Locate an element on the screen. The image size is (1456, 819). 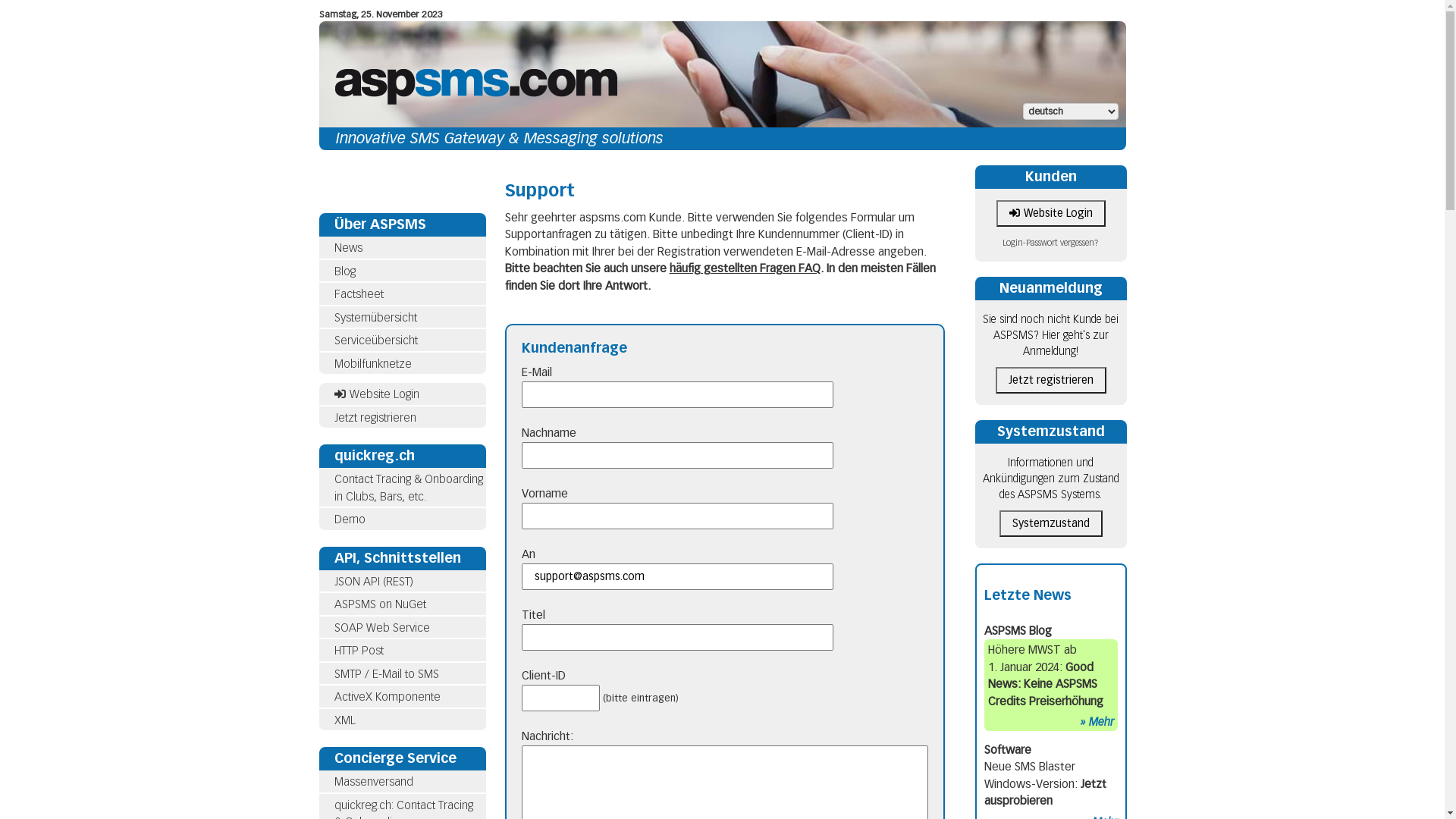
'JSON API (REST)' is located at coordinates (401, 581).